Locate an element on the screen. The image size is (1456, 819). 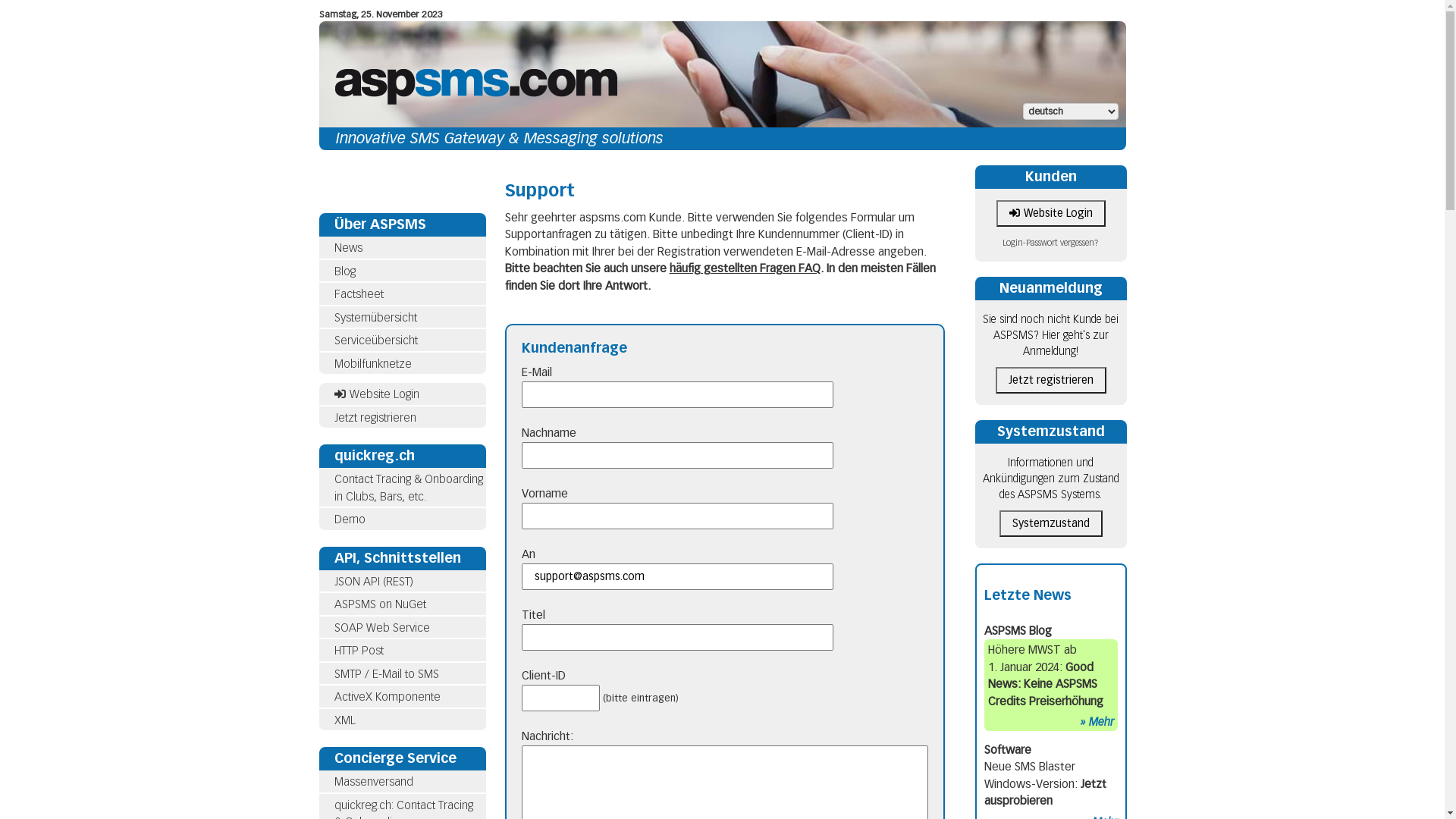
'JSON API (REST)' is located at coordinates (401, 581).